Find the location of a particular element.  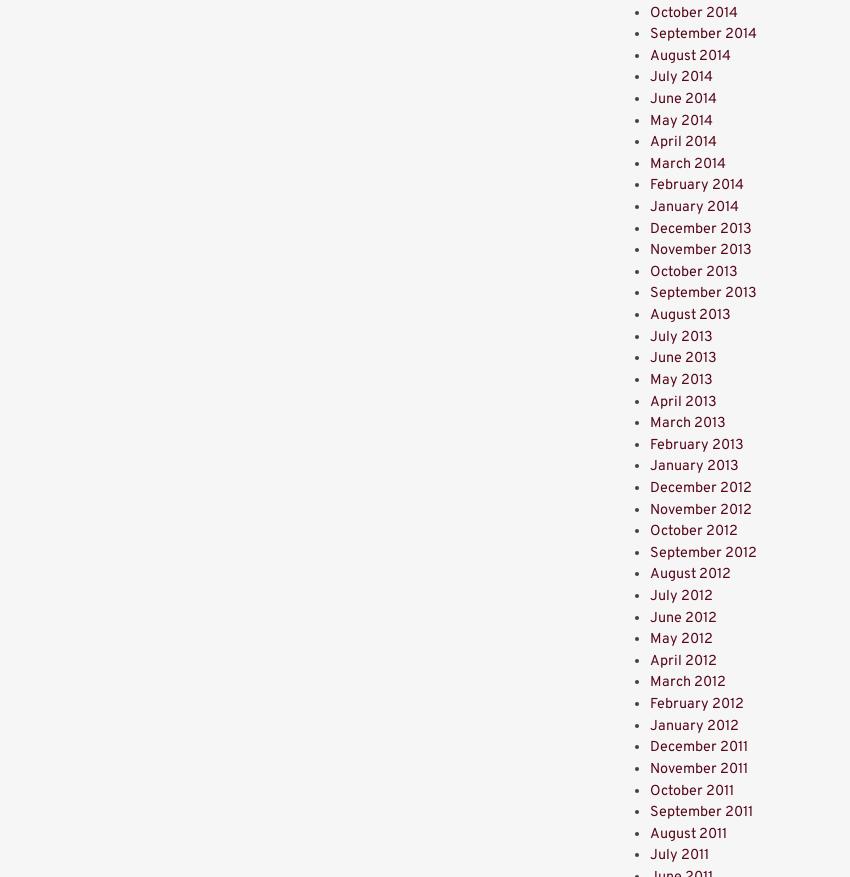

'October 2012' is located at coordinates (649, 530).